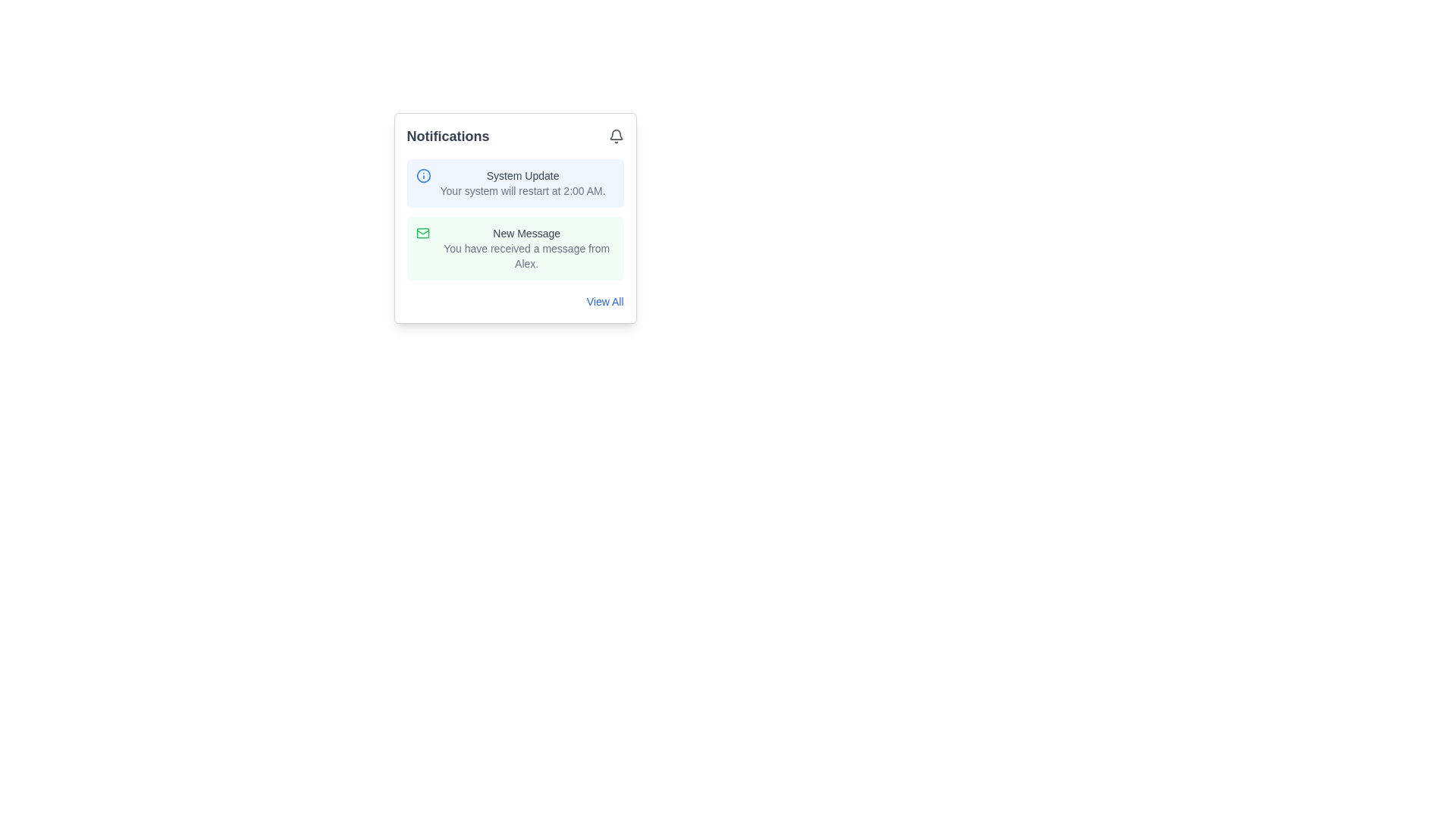 Image resolution: width=1456 pixels, height=819 pixels. What do you see at coordinates (422, 234) in the screenshot?
I see `the envelope icon that signifies a new message notification within the 'New Message' notification card, located to the left of the text content` at bounding box center [422, 234].